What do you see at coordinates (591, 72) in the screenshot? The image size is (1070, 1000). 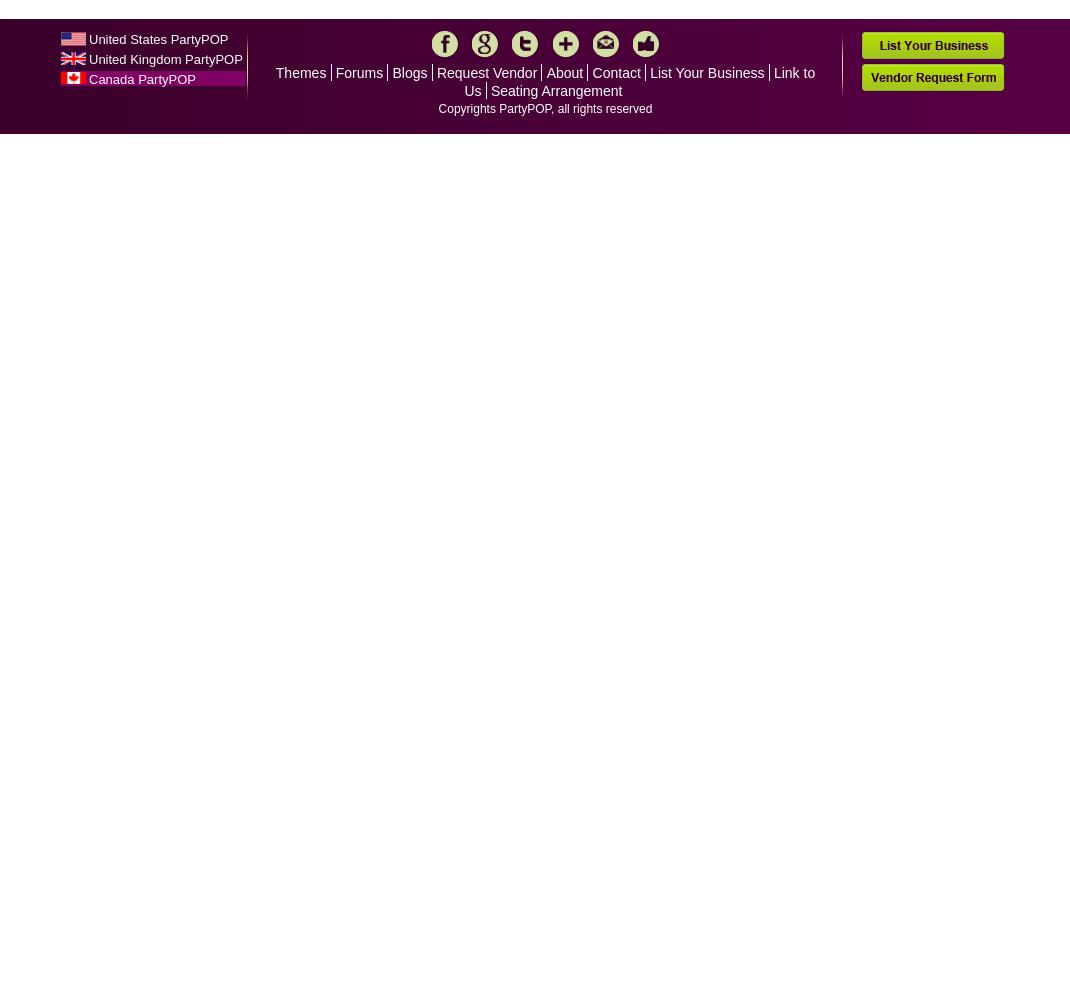 I see `'Contact'` at bounding box center [591, 72].